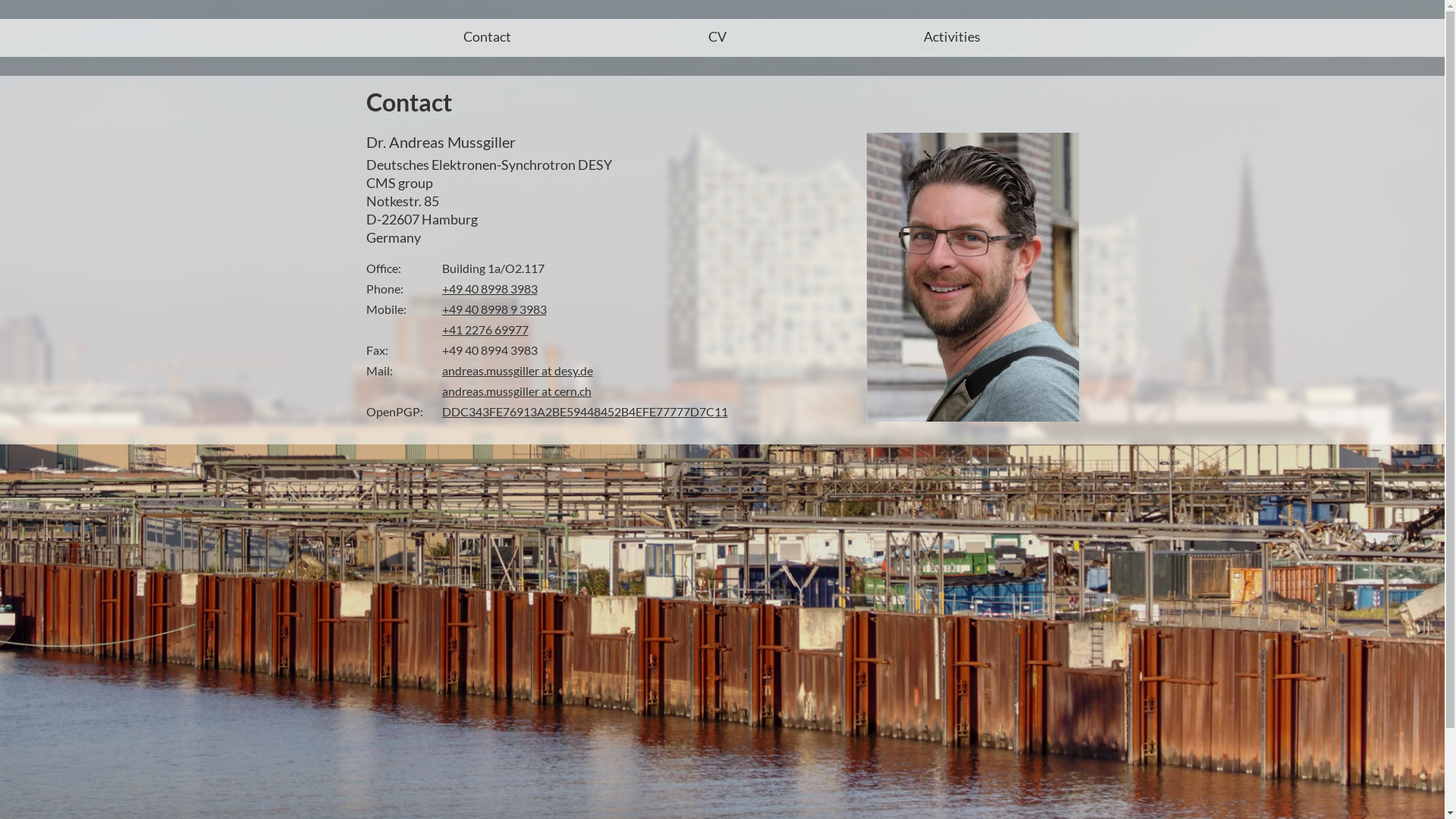 The width and height of the screenshot is (1456, 819). I want to click on '+49 40 8998 9 3983', so click(494, 308).